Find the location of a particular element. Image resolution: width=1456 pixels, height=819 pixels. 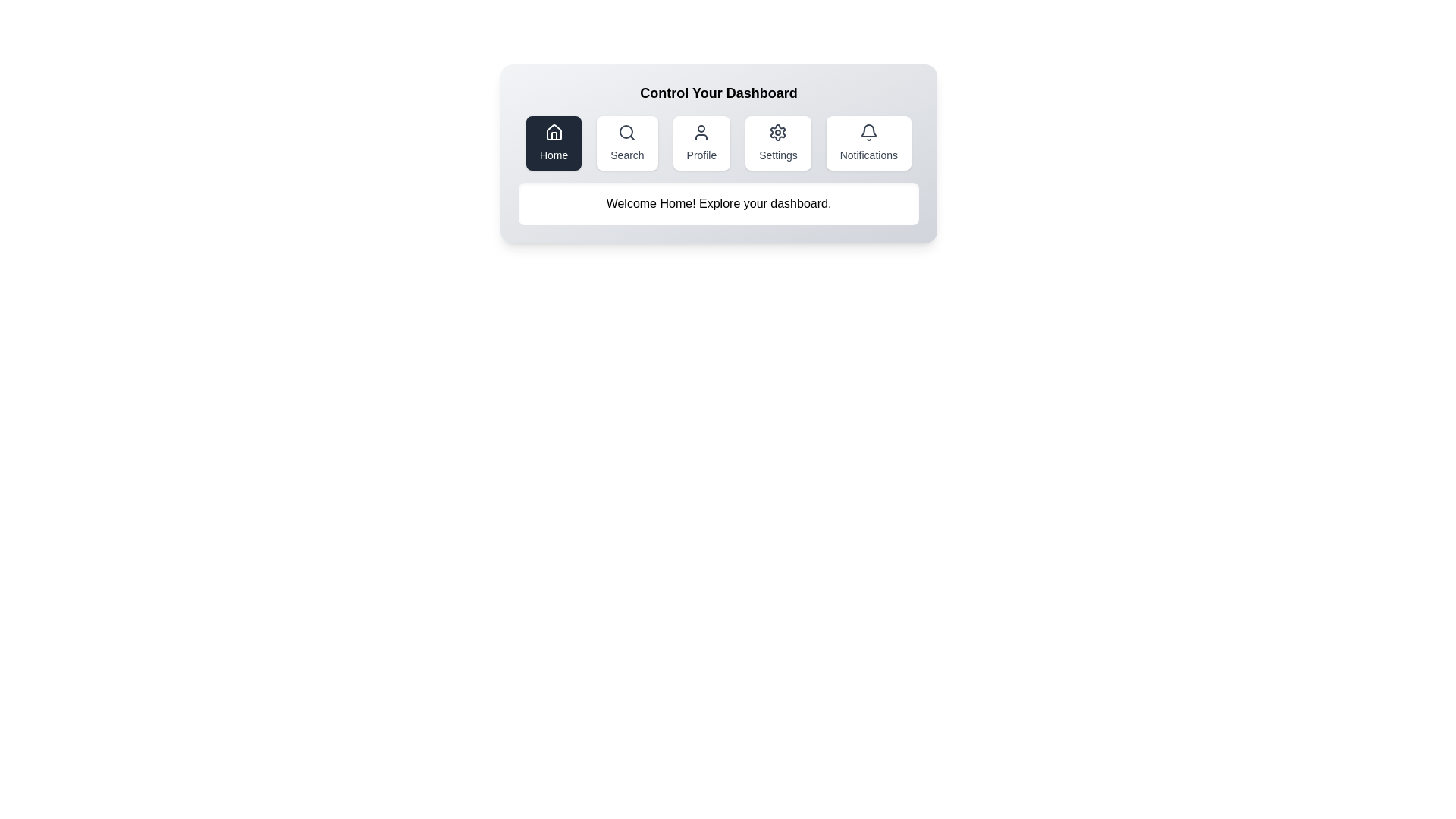

the visual representation of the home icon located within the 'Home' navigation button at the top of the application is located at coordinates (553, 131).